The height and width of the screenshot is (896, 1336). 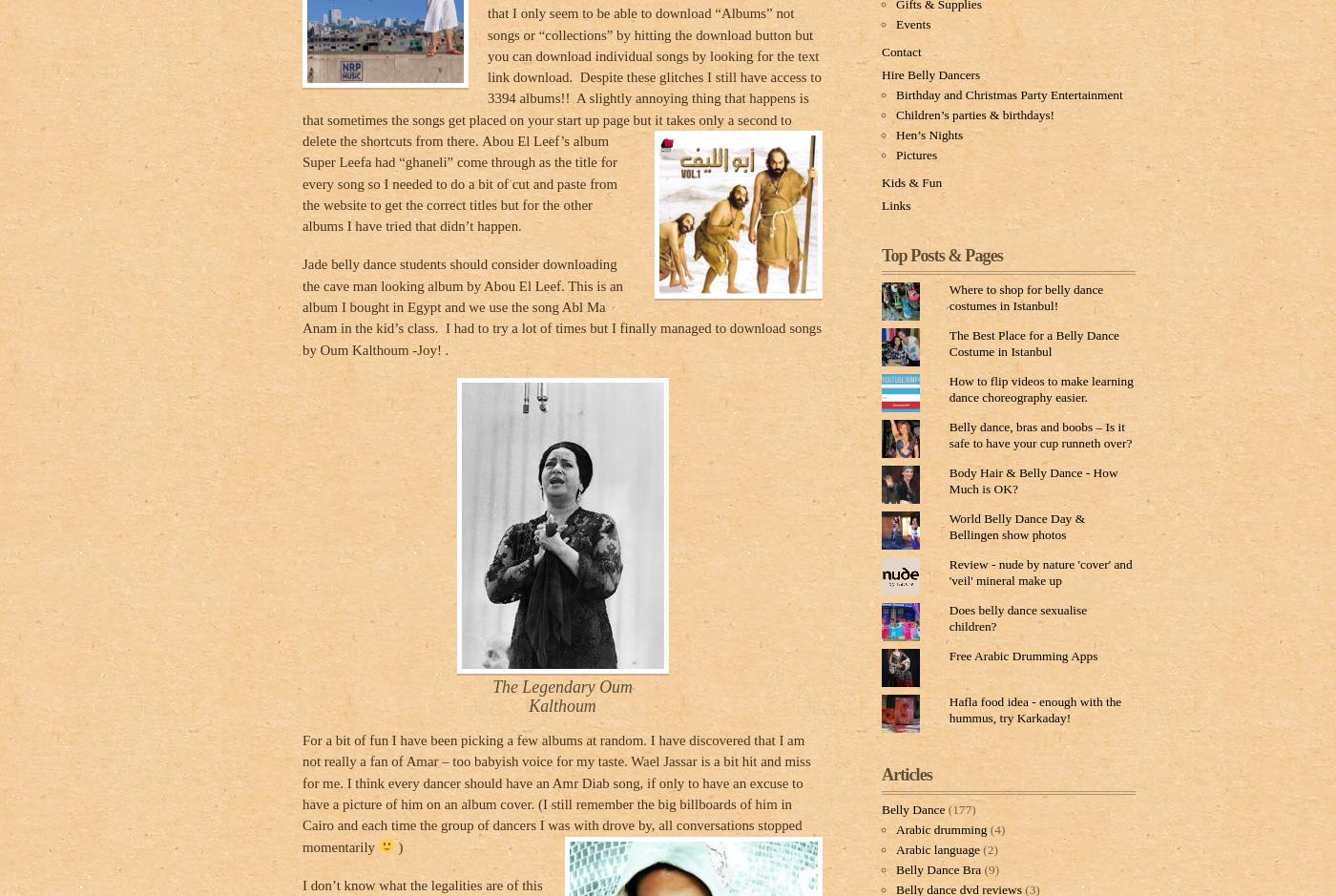 What do you see at coordinates (882, 181) in the screenshot?
I see `'Kids & Fun'` at bounding box center [882, 181].